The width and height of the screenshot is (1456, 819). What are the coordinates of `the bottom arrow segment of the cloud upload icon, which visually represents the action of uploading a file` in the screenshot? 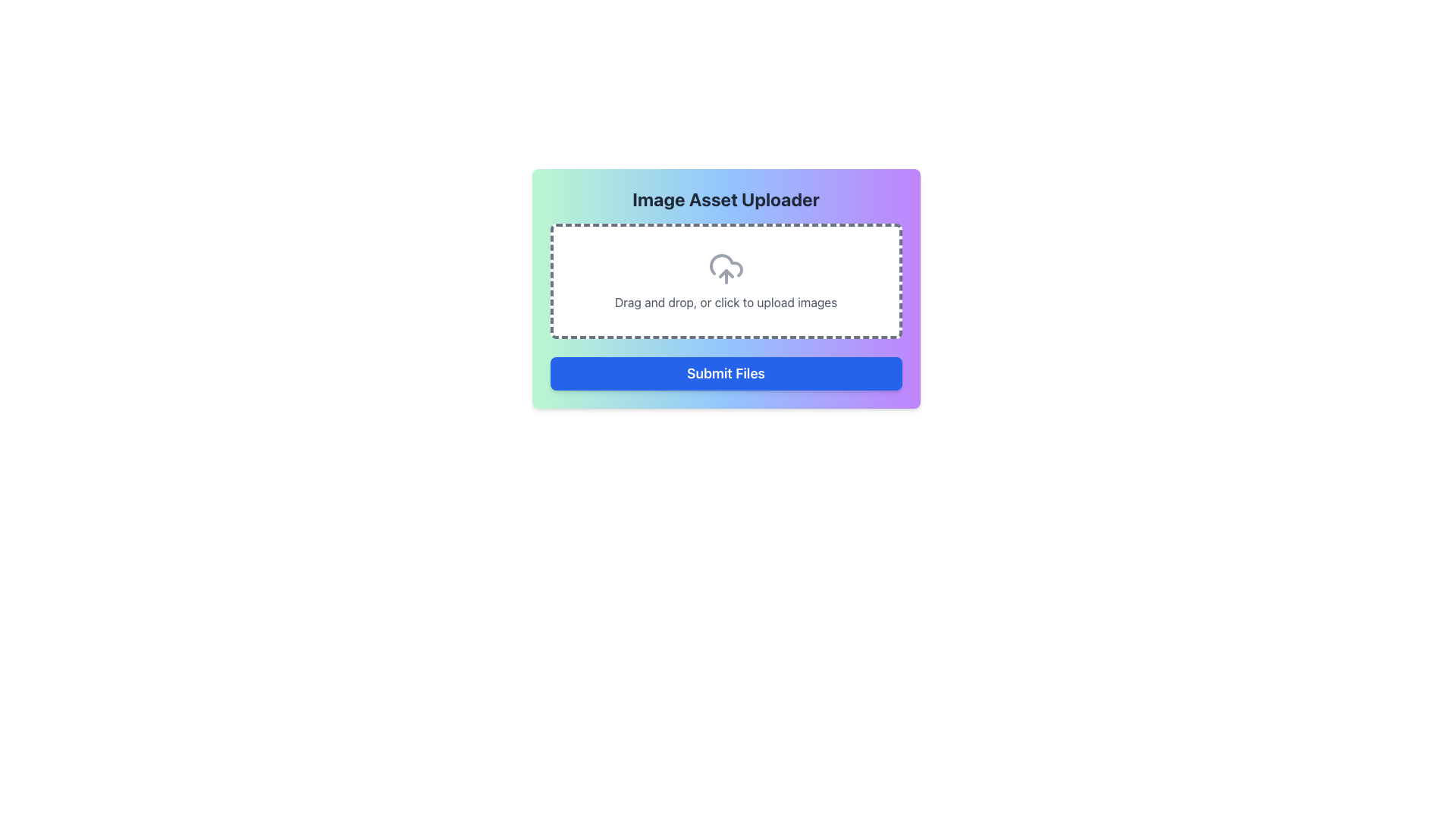 It's located at (725, 274).